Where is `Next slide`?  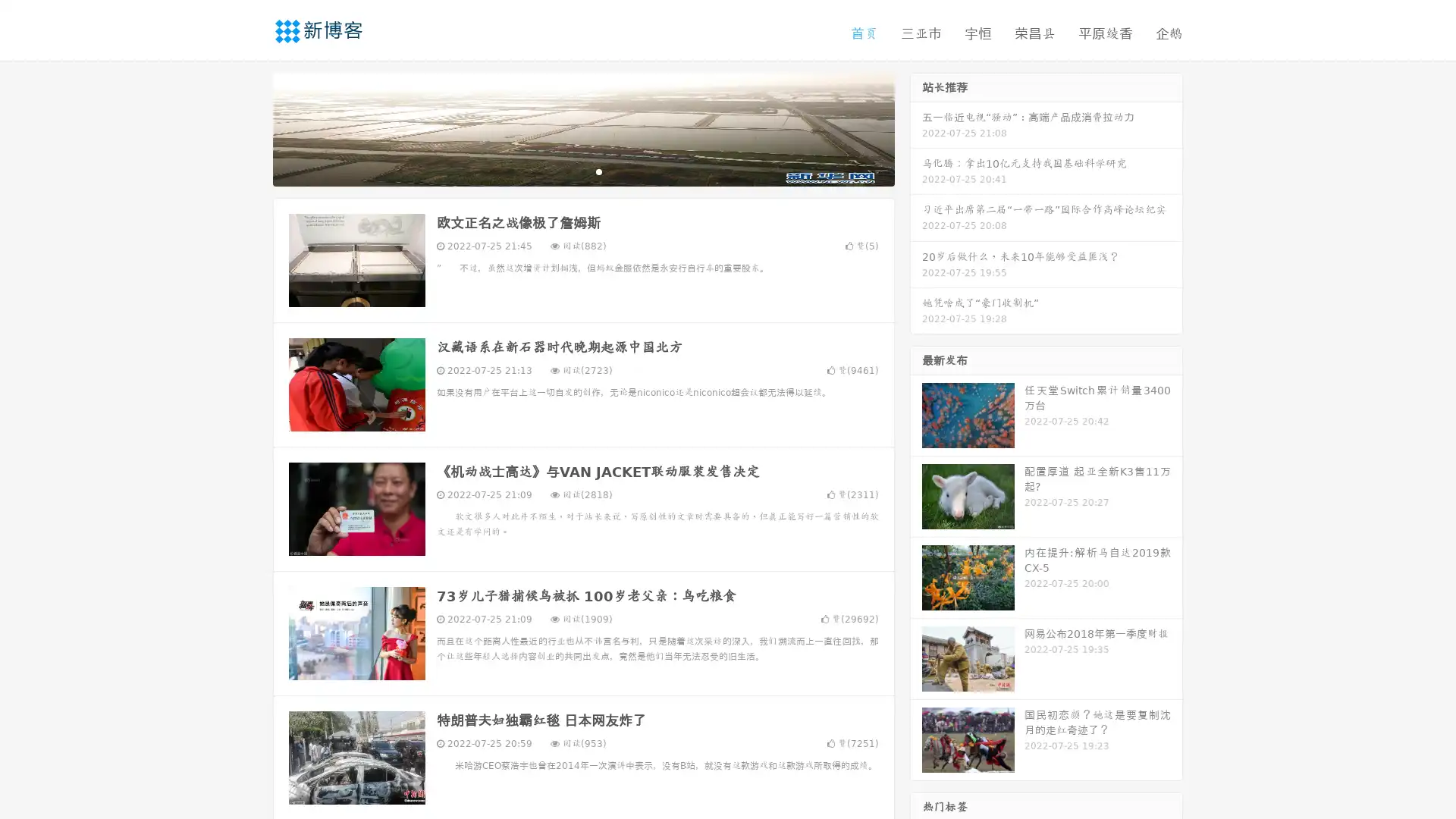 Next slide is located at coordinates (916, 127).